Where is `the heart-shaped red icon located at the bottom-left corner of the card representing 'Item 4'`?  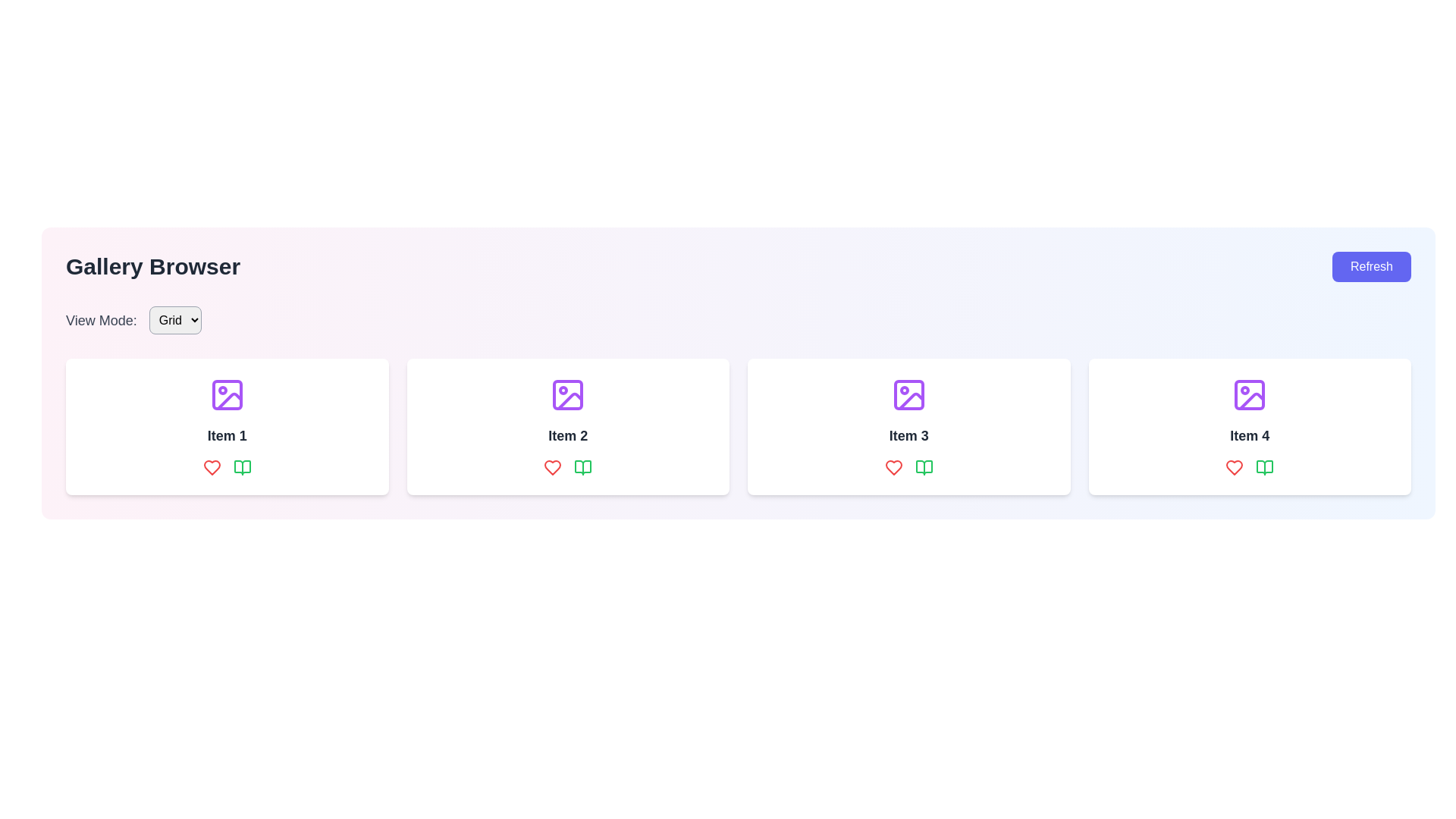
the heart-shaped red icon located at the bottom-left corner of the card representing 'Item 4' is located at coordinates (1235, 467).